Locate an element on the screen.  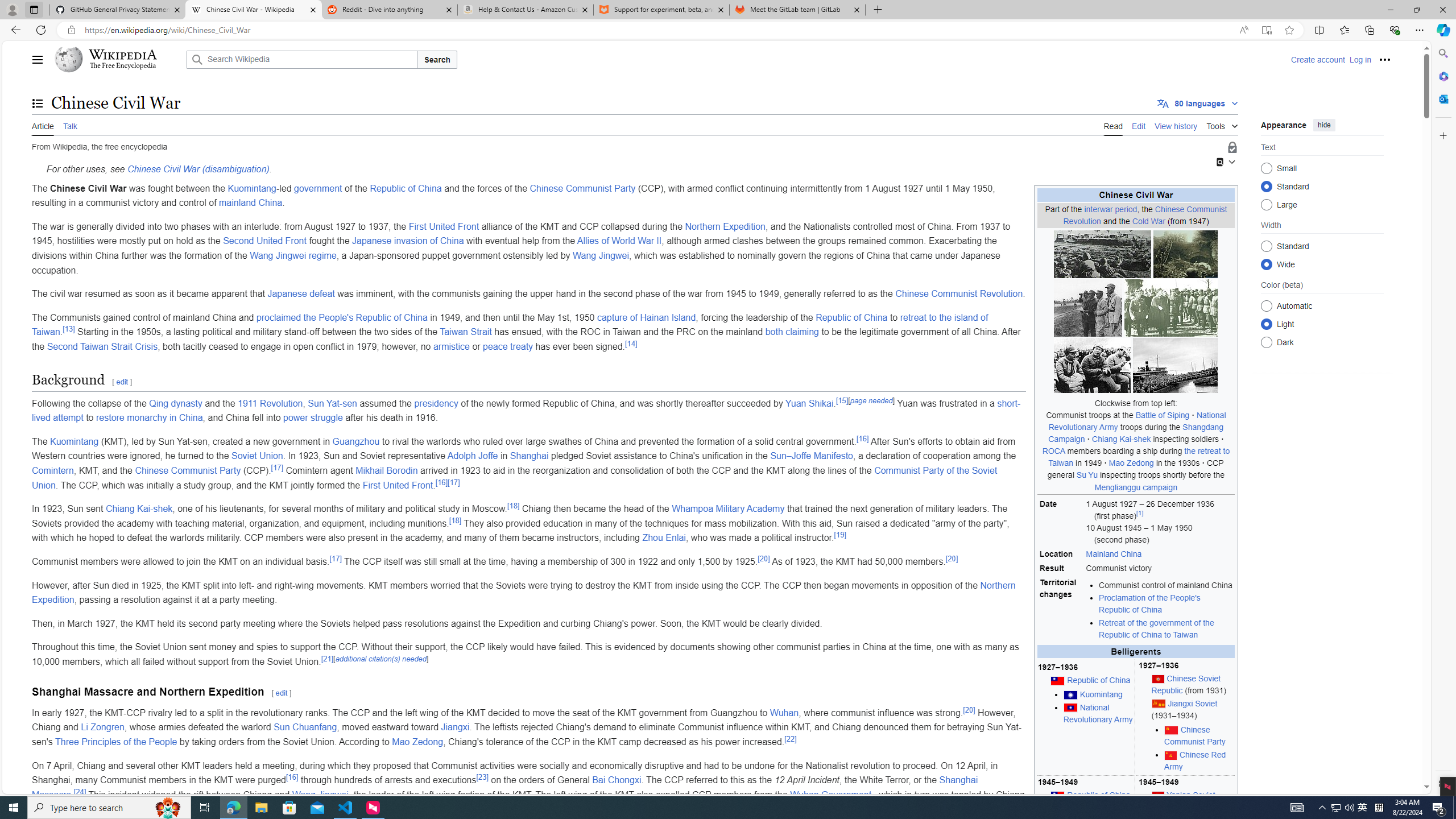
'Wikipedia The Free Encyclopedia' is located at coordinates (118, 59).